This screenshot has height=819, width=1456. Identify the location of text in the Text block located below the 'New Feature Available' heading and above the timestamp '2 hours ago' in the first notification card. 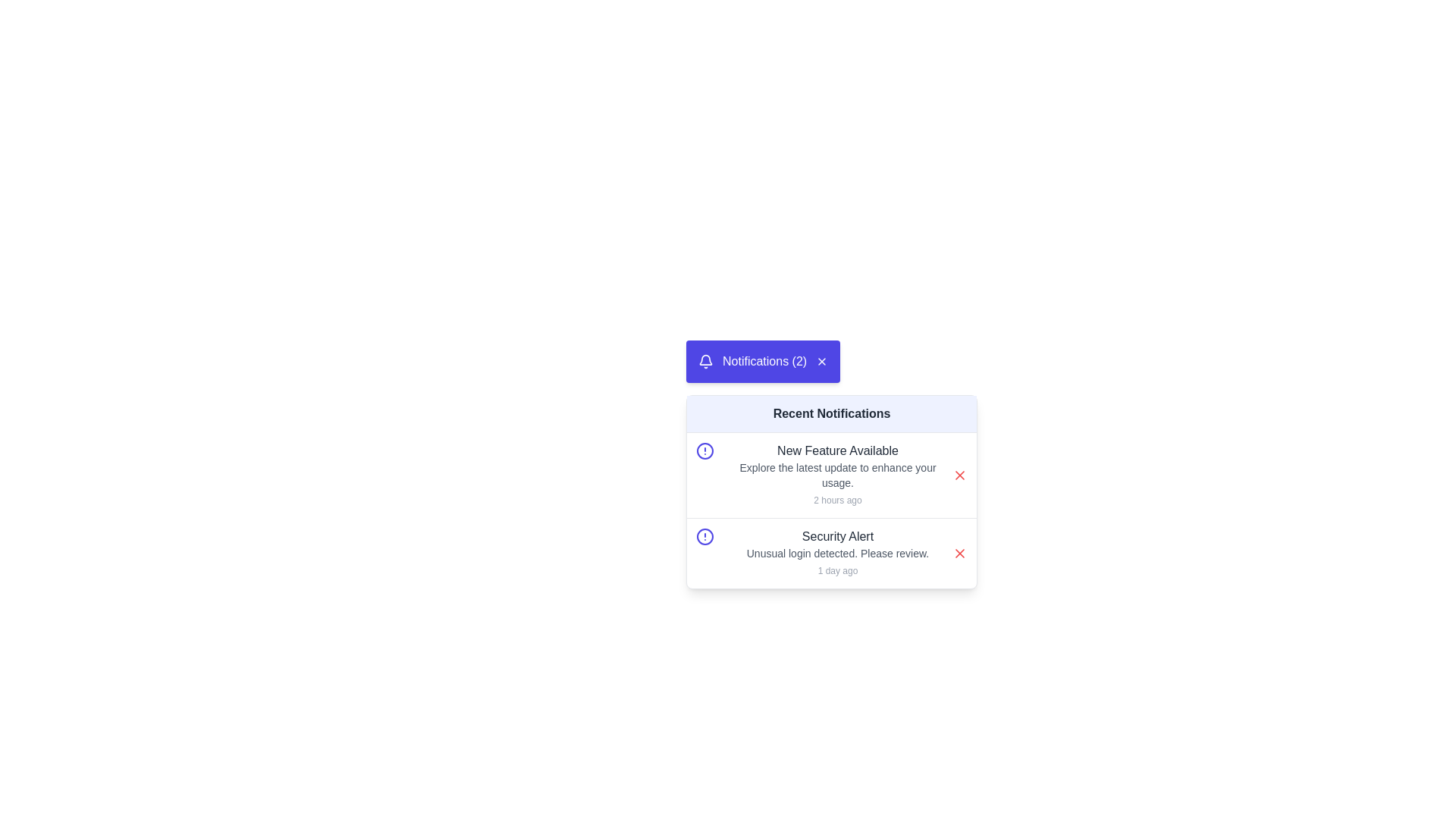
(836, 475).